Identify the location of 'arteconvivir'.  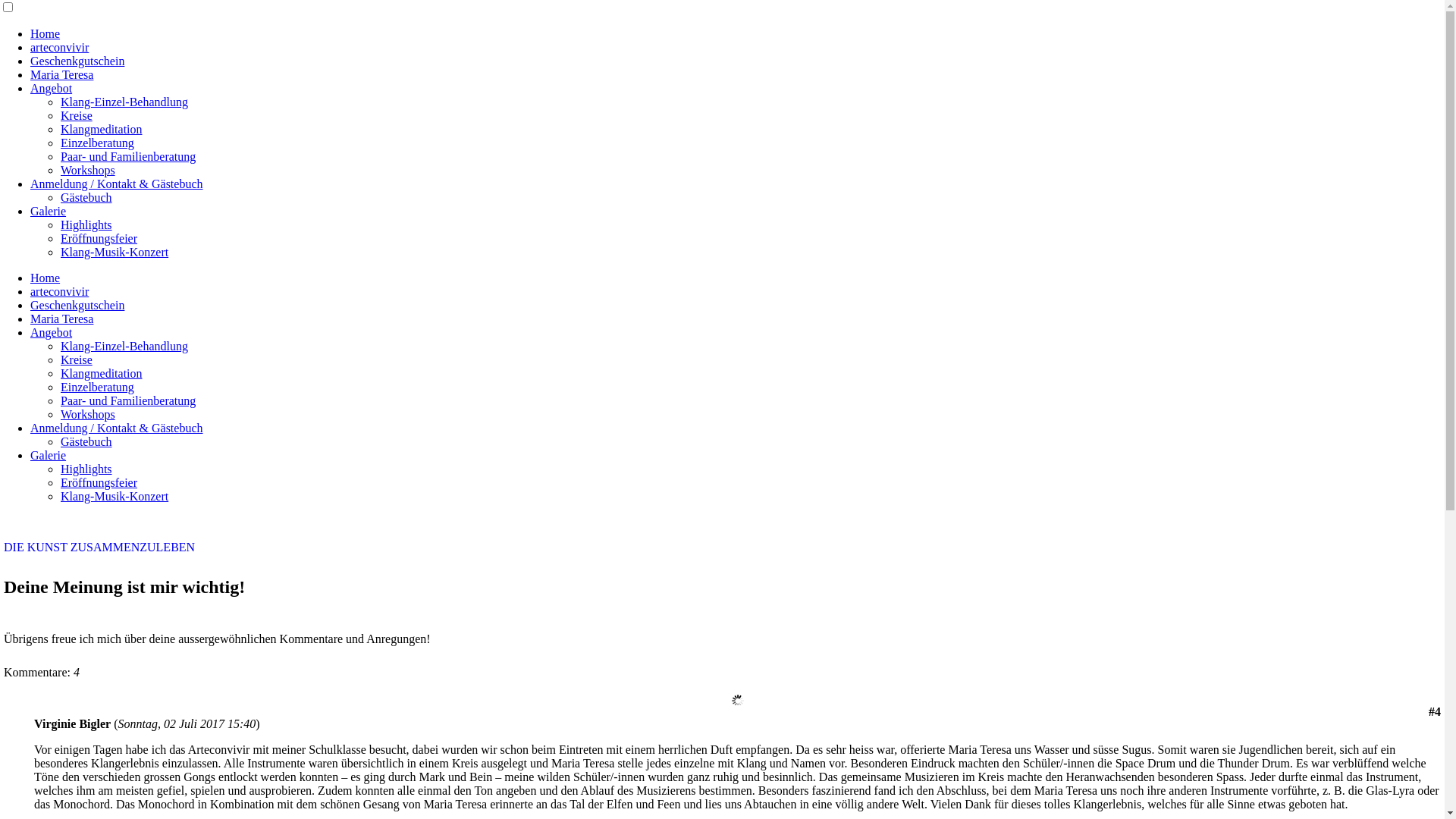
(59, 46).